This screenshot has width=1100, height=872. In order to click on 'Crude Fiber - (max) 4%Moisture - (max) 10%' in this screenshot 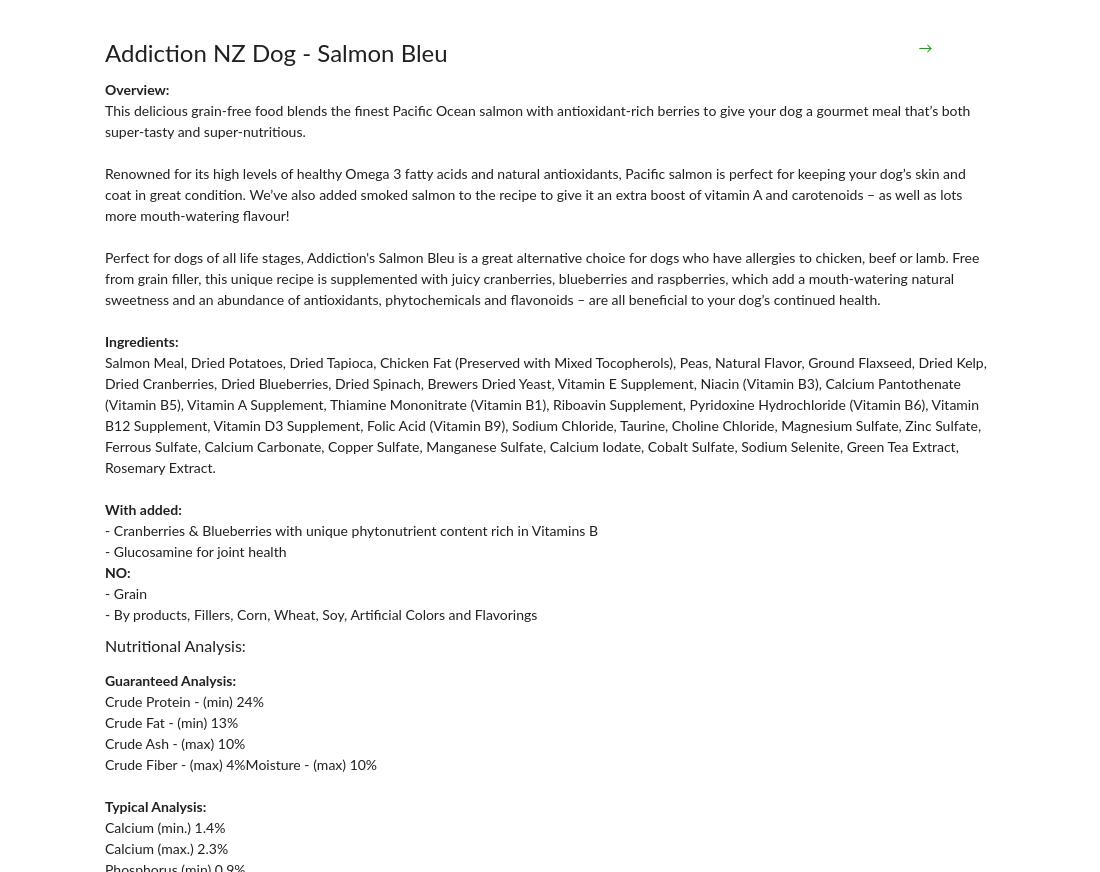, I will do `click(241, 765)`.